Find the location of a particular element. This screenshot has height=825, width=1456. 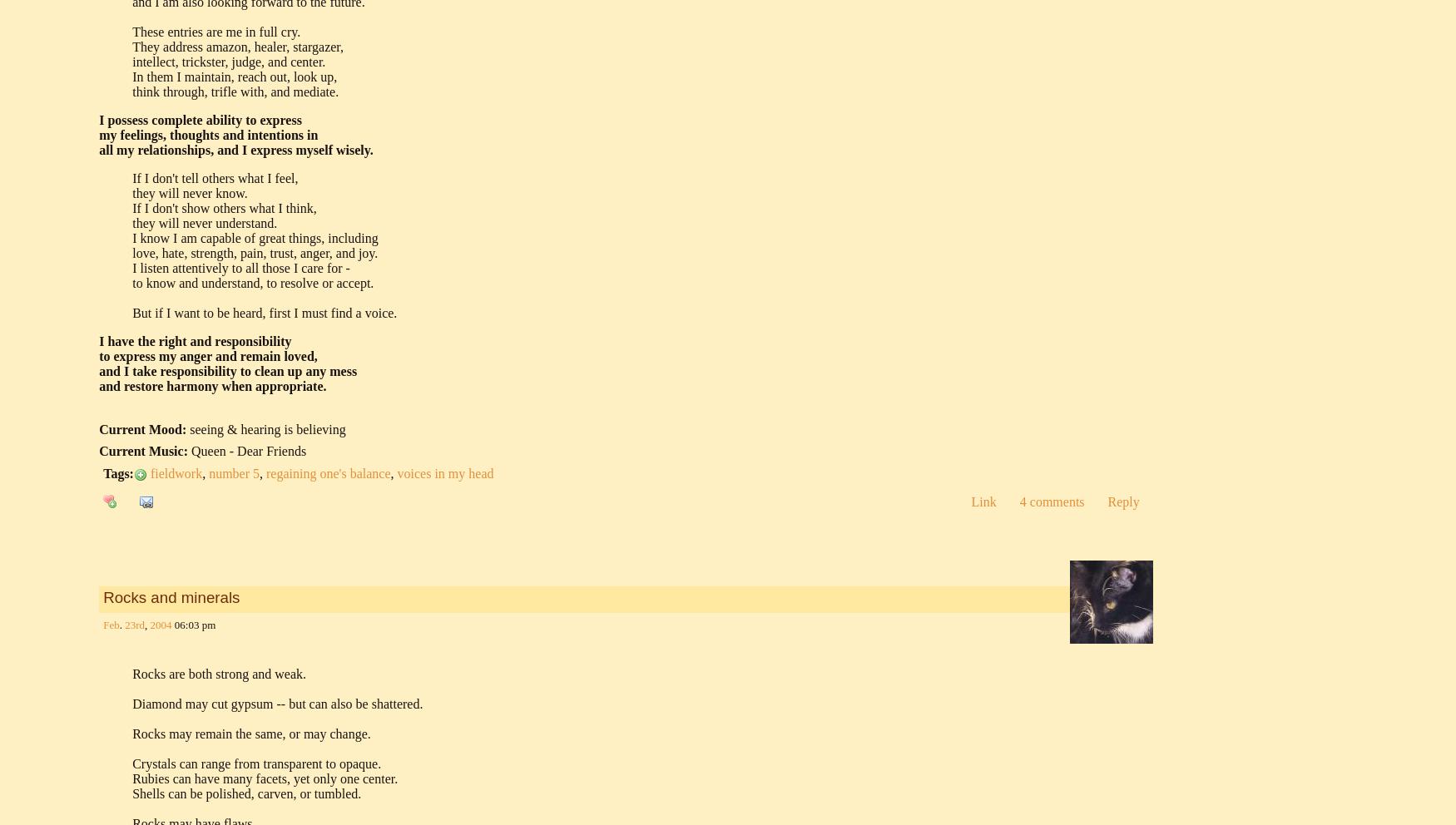

'to express my anger and remain loved,' is located at coordinates (208, 354).